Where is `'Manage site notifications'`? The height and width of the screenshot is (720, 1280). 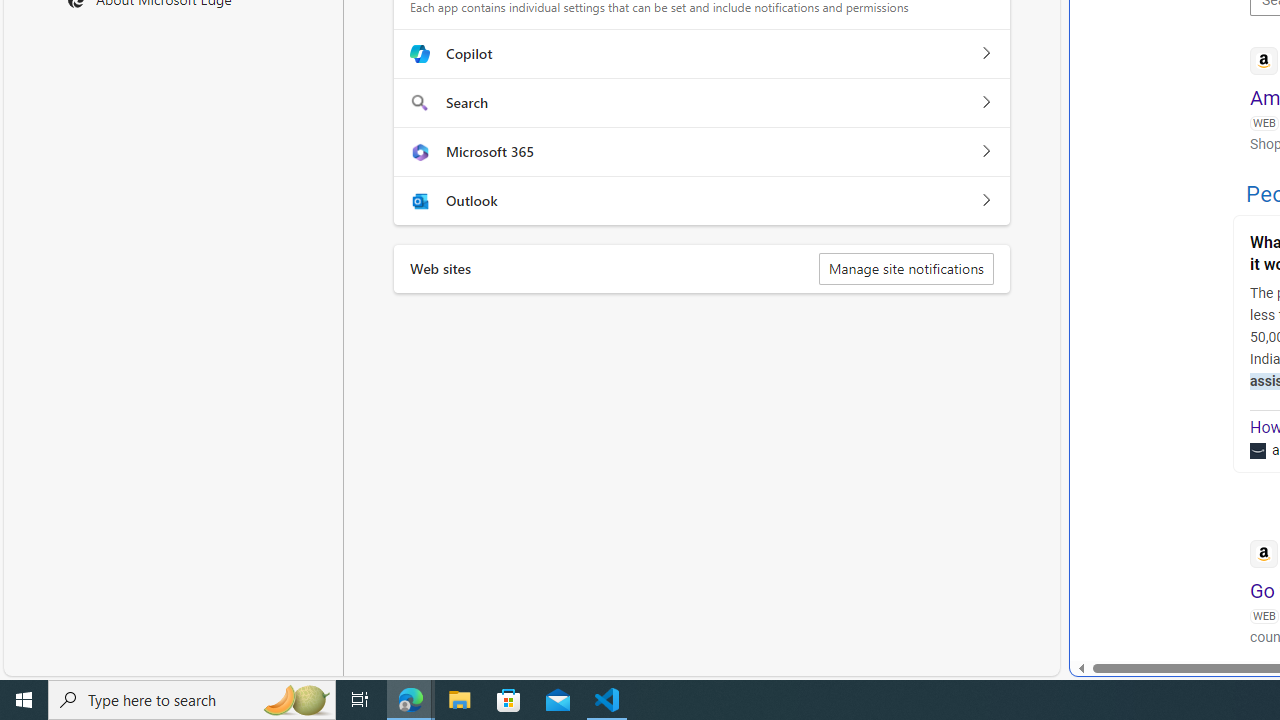
'Manage site notifications' is located at coordinates (905, 267).